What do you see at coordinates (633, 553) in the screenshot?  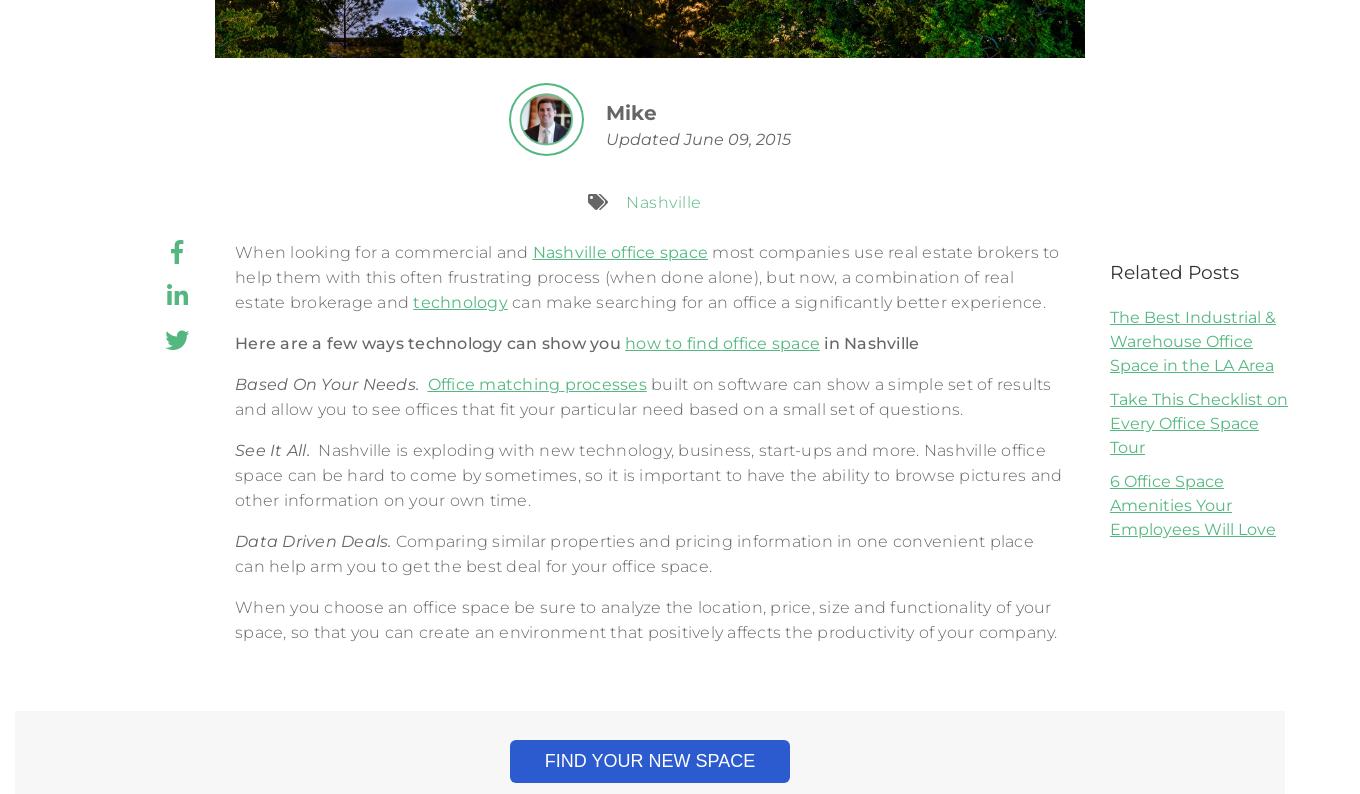 I see `'Comparing similar properties and pricing information in one convenient place can help arm you to get the best deal for your office space.'` at bounding box center [633, 553].